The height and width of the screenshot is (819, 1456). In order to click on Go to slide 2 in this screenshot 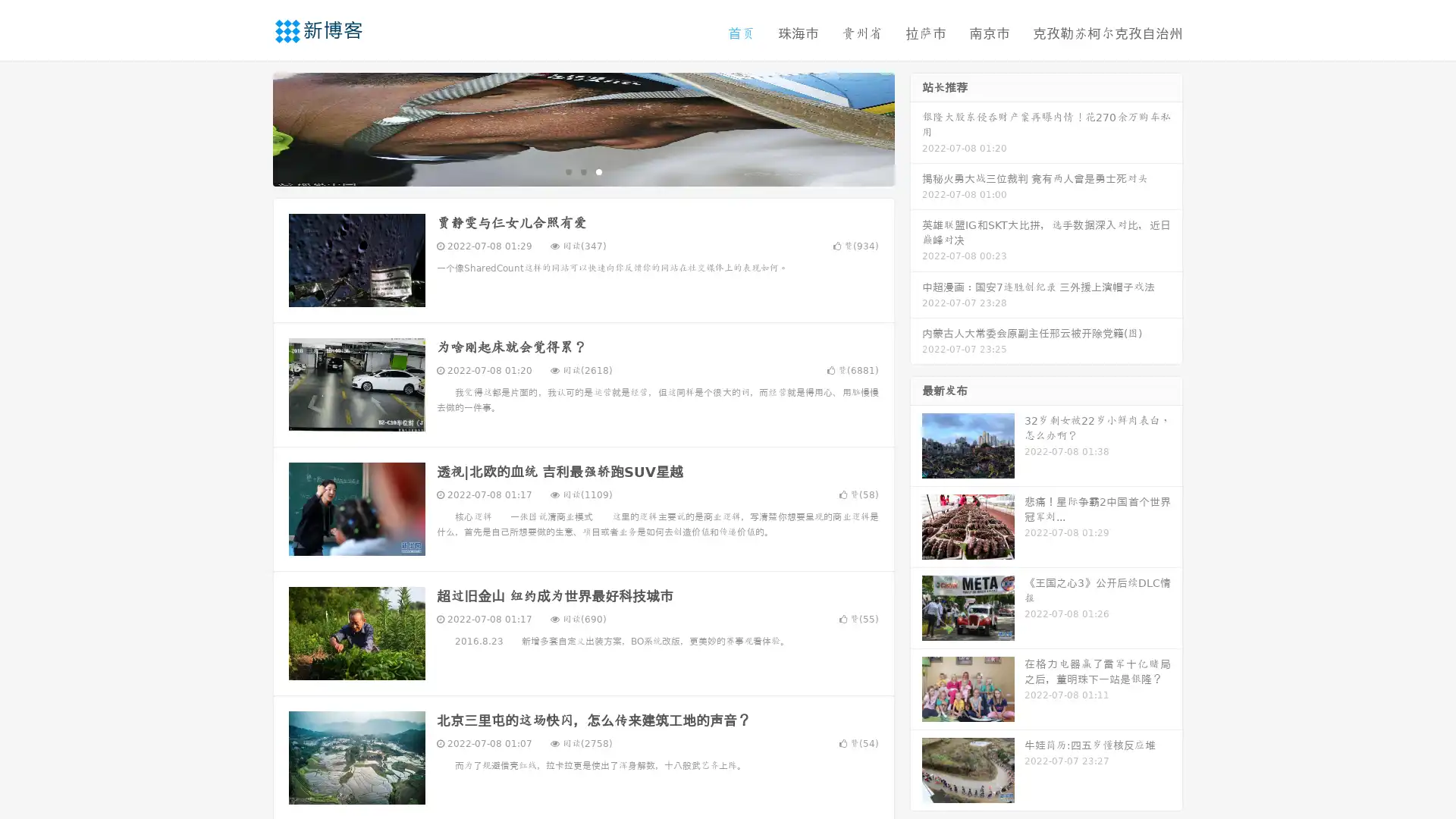, I will do `click(582, 171)`.